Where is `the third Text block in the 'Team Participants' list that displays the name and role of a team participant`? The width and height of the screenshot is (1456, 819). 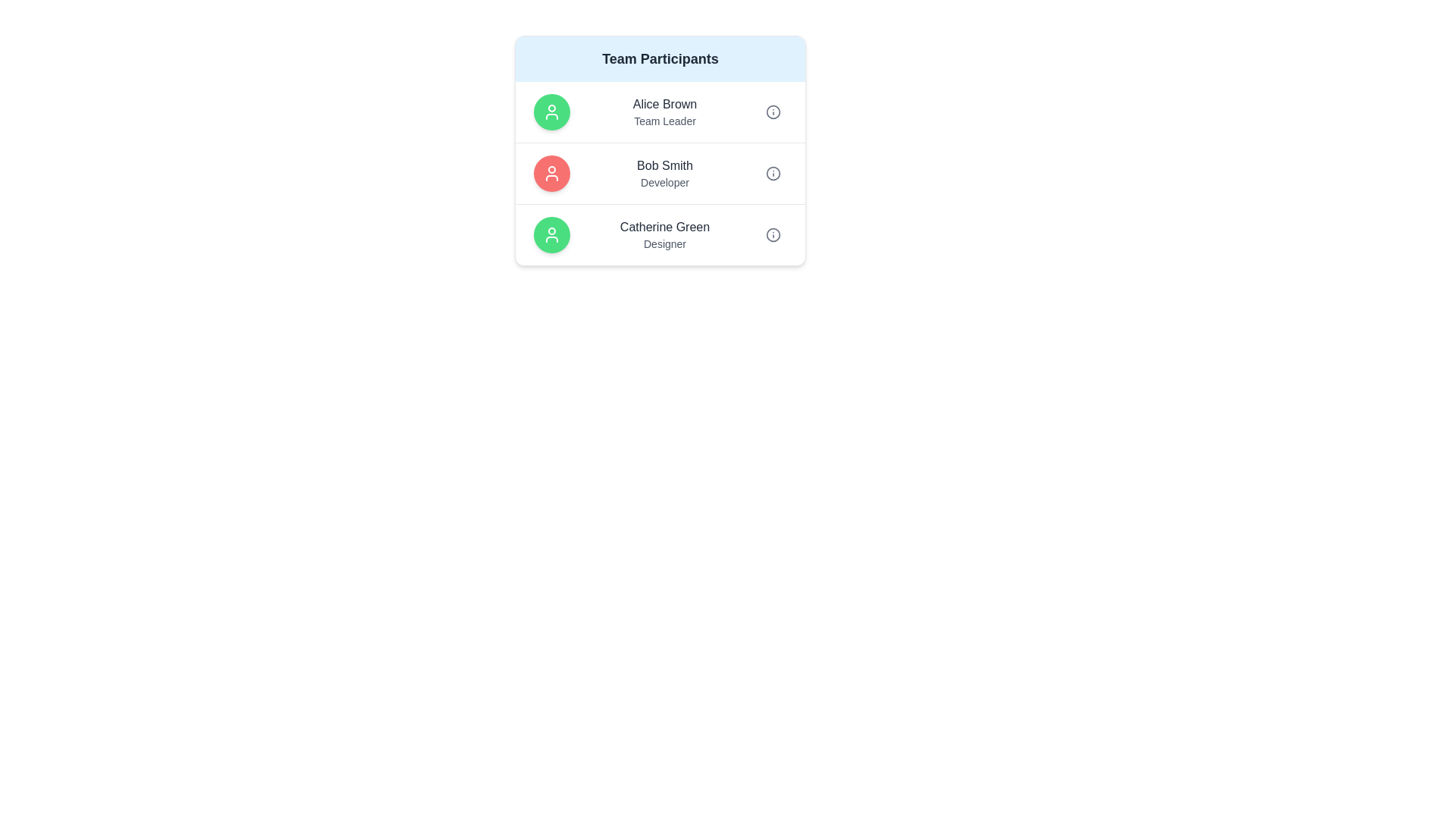
the third Text block in the 'Team Participants' list that displays the name and role of a team participant is located at coordinates (665, 234).